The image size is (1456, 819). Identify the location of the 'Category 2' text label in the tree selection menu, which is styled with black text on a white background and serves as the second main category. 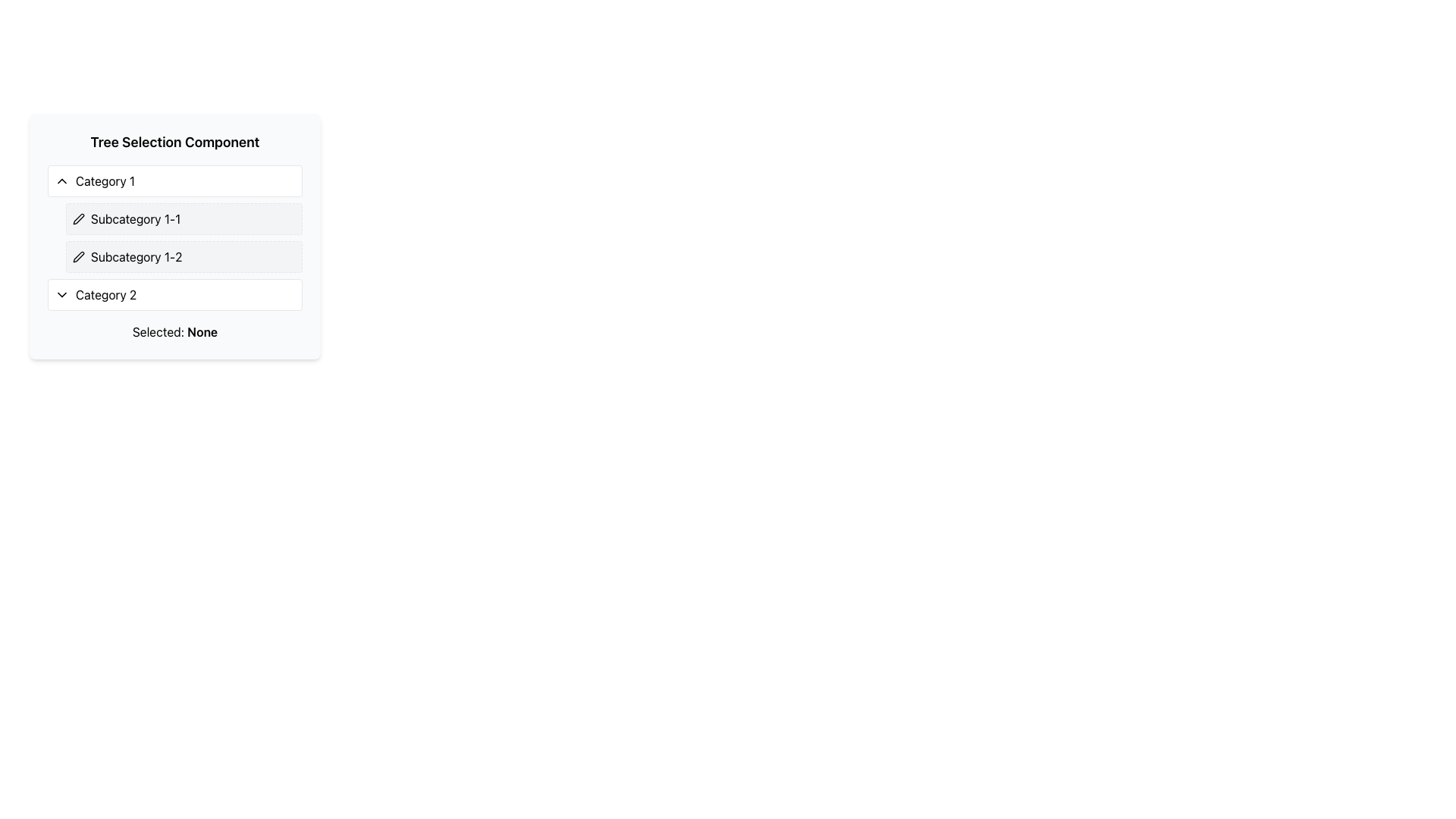
(105, 295).